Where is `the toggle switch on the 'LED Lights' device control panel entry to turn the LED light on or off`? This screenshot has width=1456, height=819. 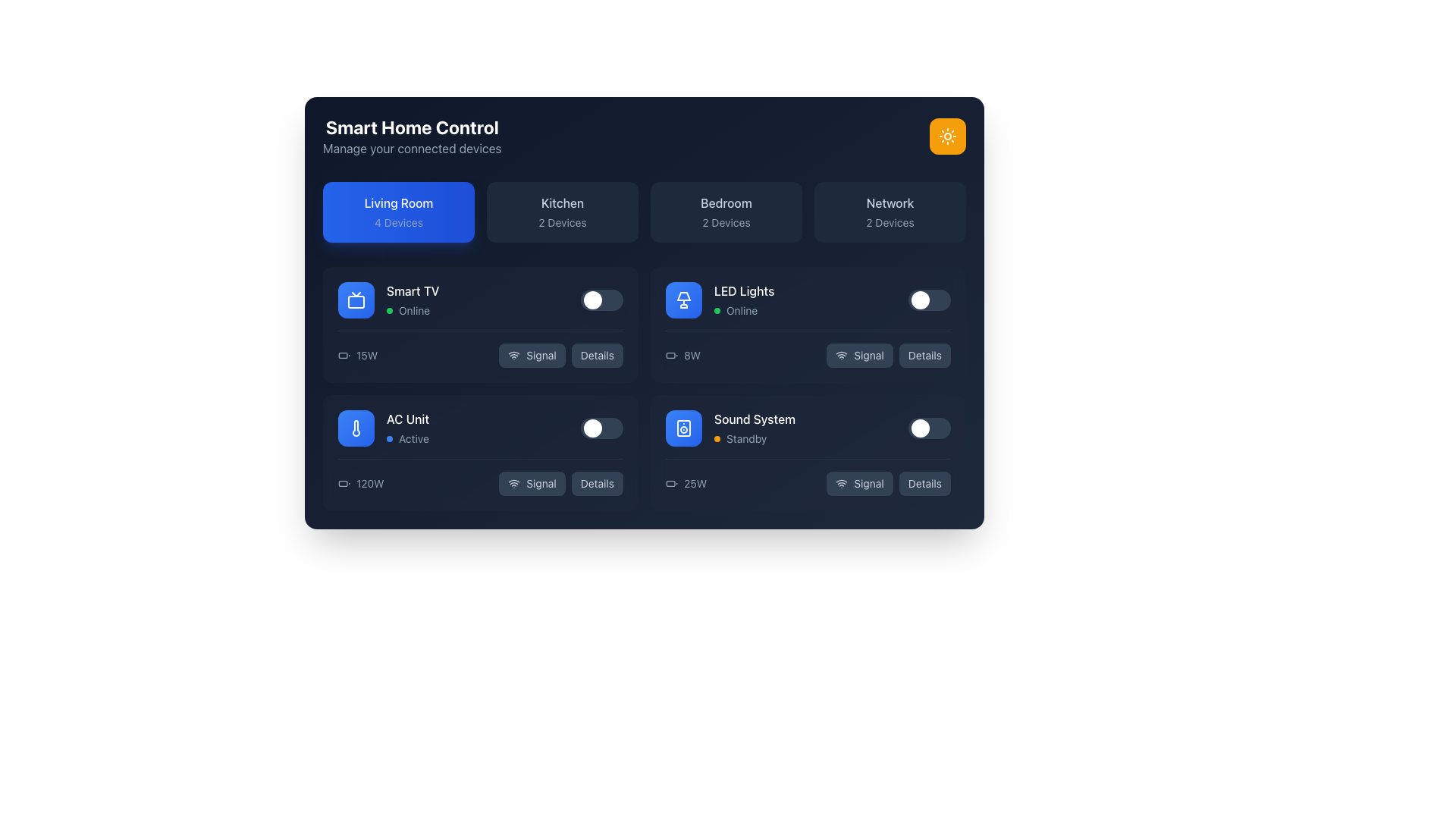 the toggle switch on the 'LED Lights' device control panel entry to turn the LED light on or off is located at coordinates (807, 300).